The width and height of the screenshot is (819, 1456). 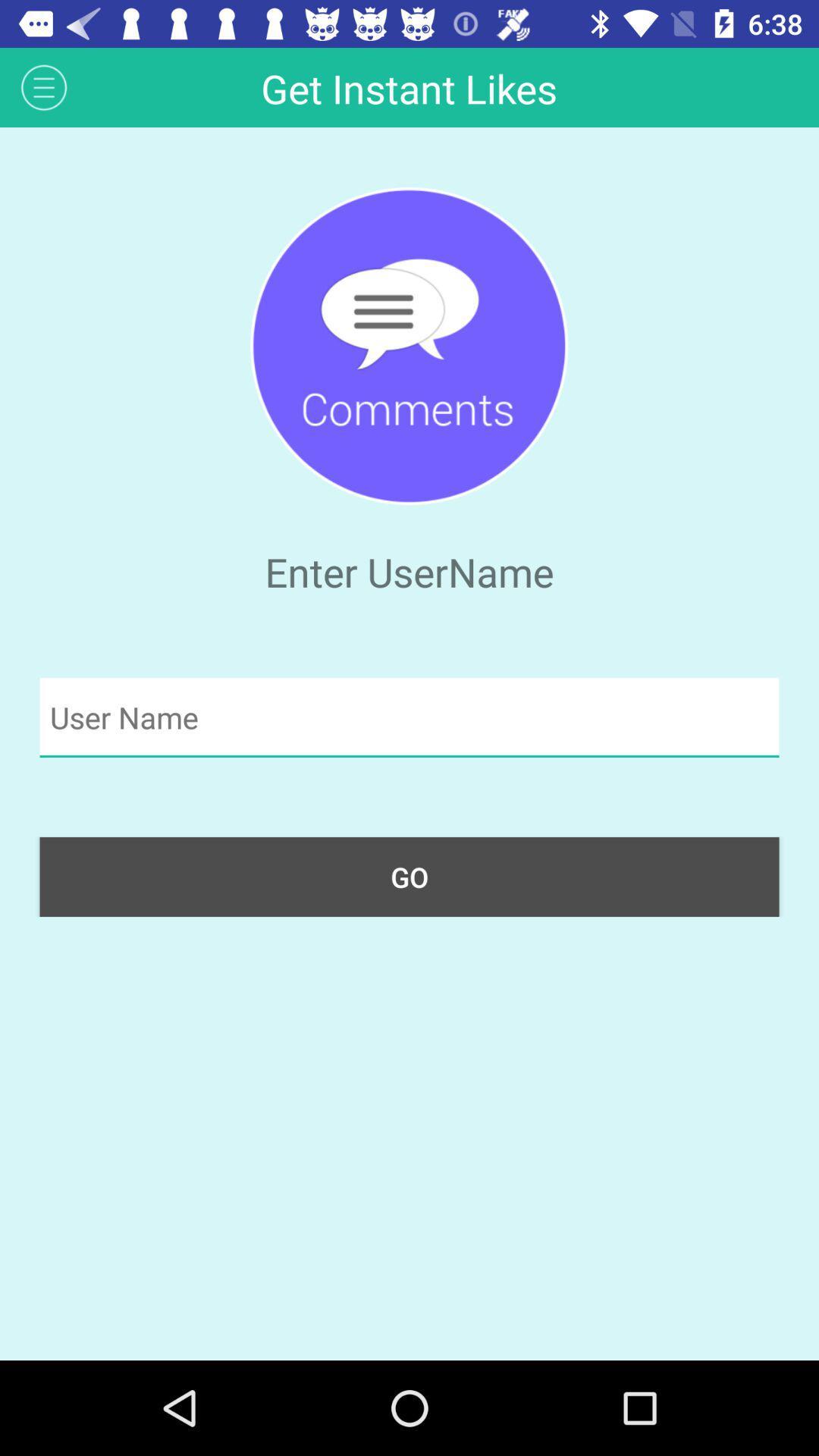 I want to click on the menu icon, so click(x=43, y=86).